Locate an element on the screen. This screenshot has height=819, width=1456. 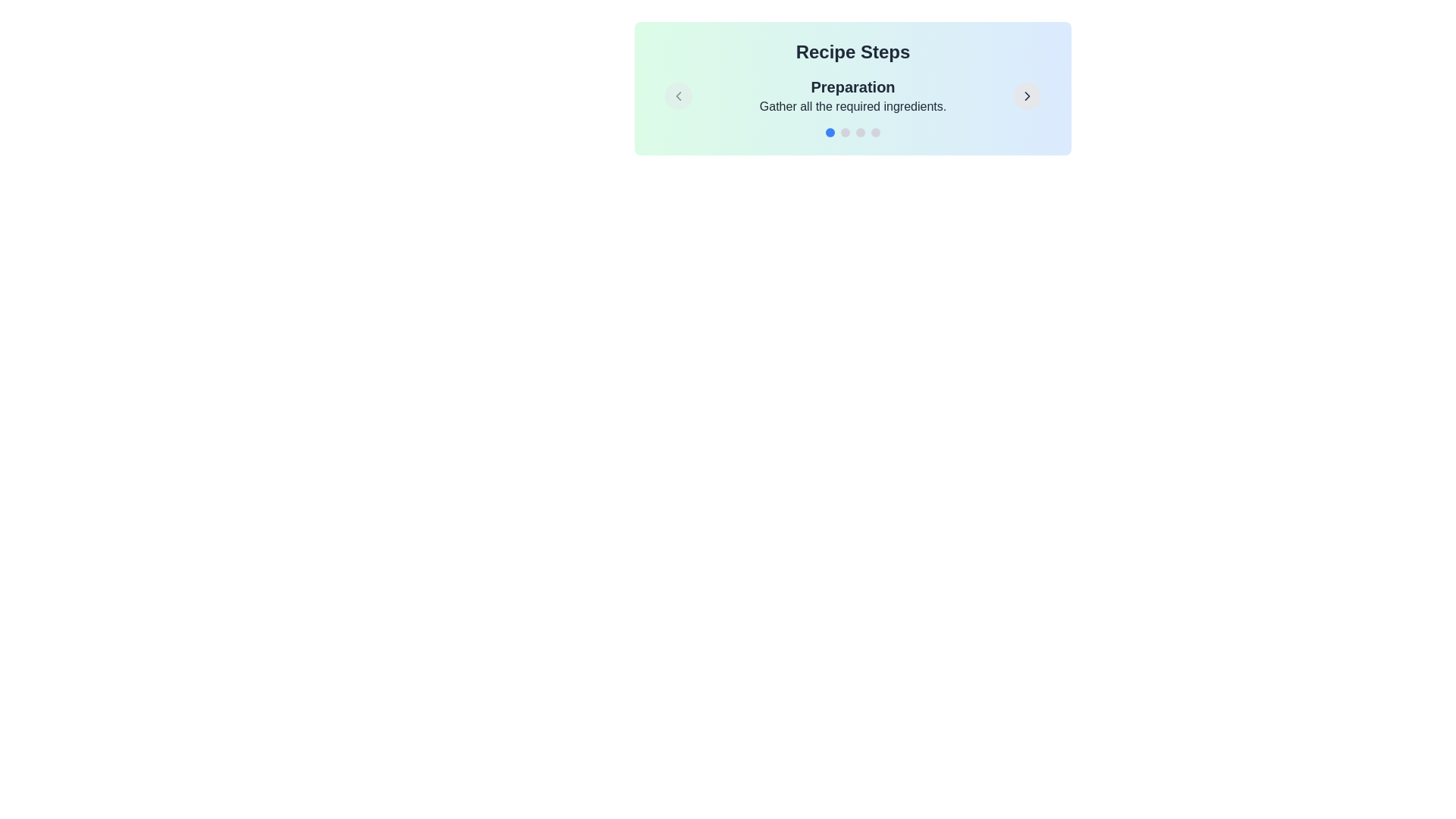
the navigation icon within the circular button on the left side of the 'Recipe Steps' panel is located at coordinates (677, 96).